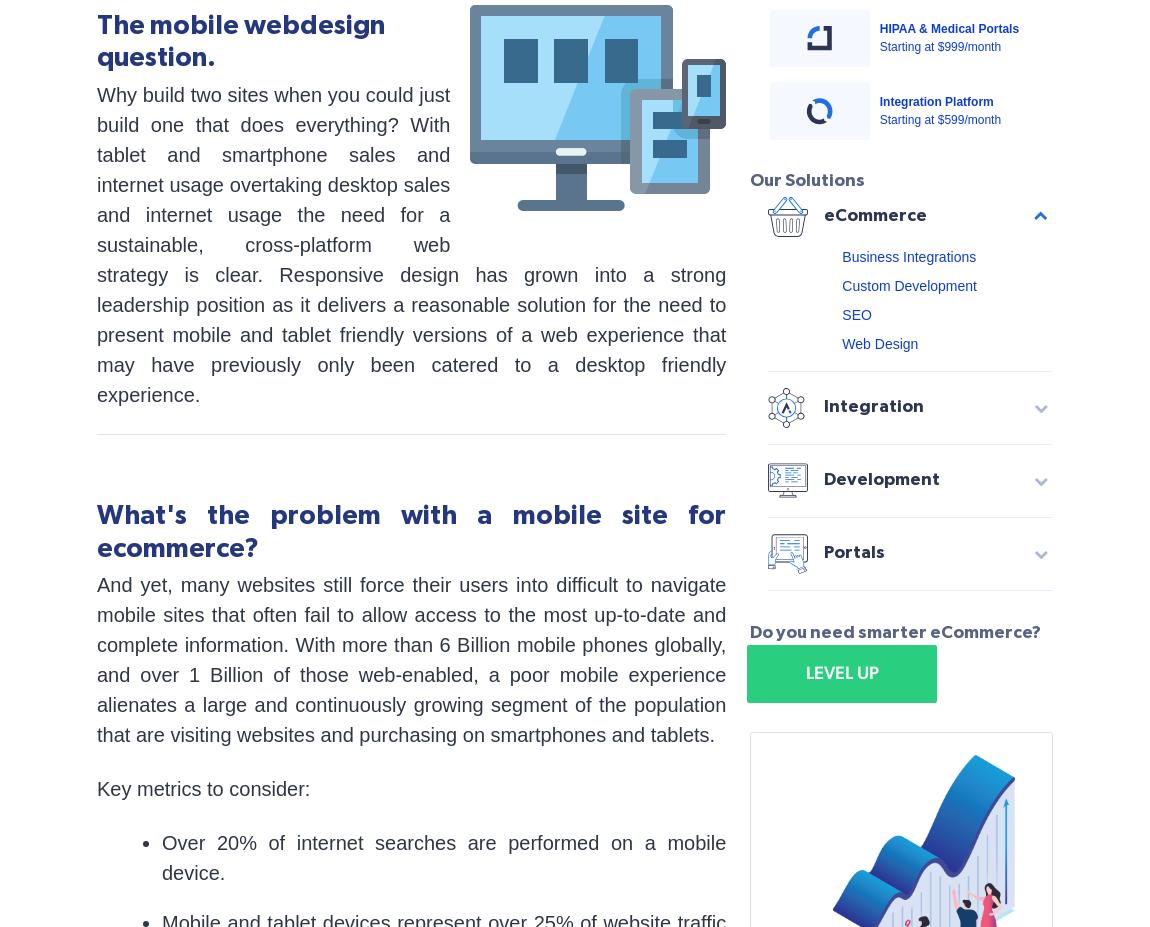 This screenshot has width=1150, height=927. I want to click on 'Over 20% of internet searches are performed on a mobile device.', so click(161, 857).